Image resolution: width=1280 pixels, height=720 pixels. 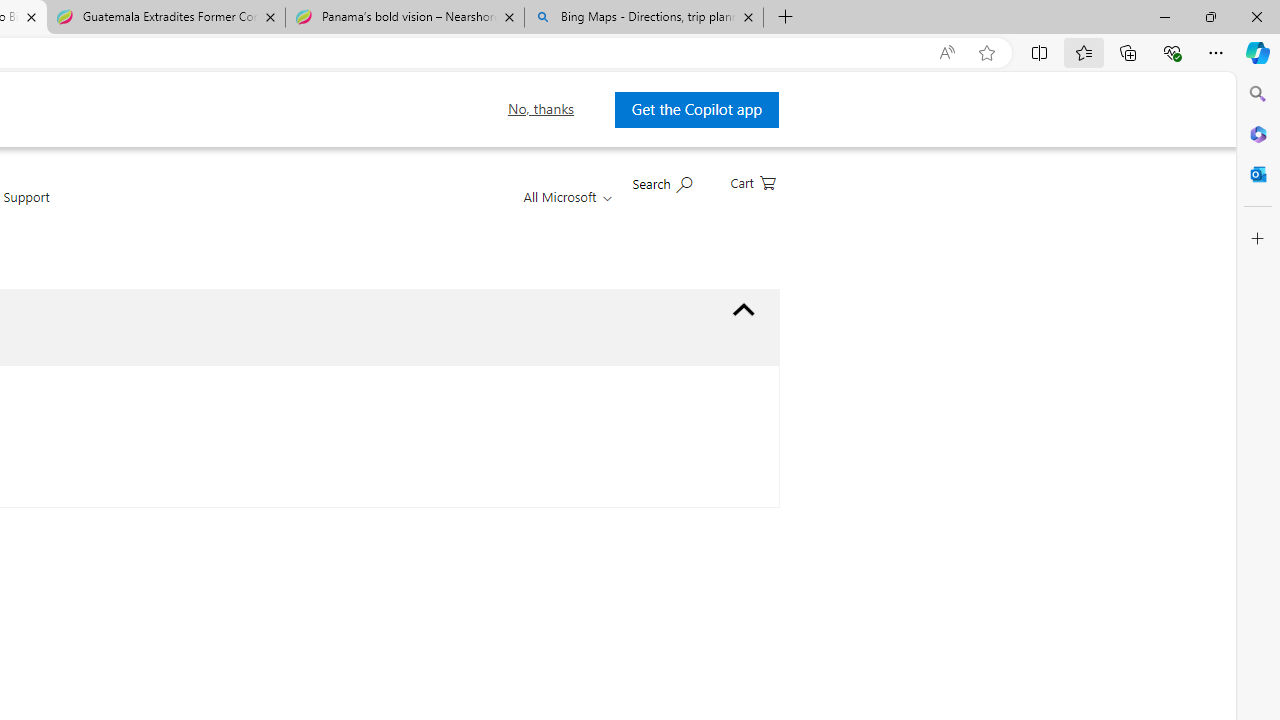 I want to click on 'Outlook', so click(x=1257, y=173).